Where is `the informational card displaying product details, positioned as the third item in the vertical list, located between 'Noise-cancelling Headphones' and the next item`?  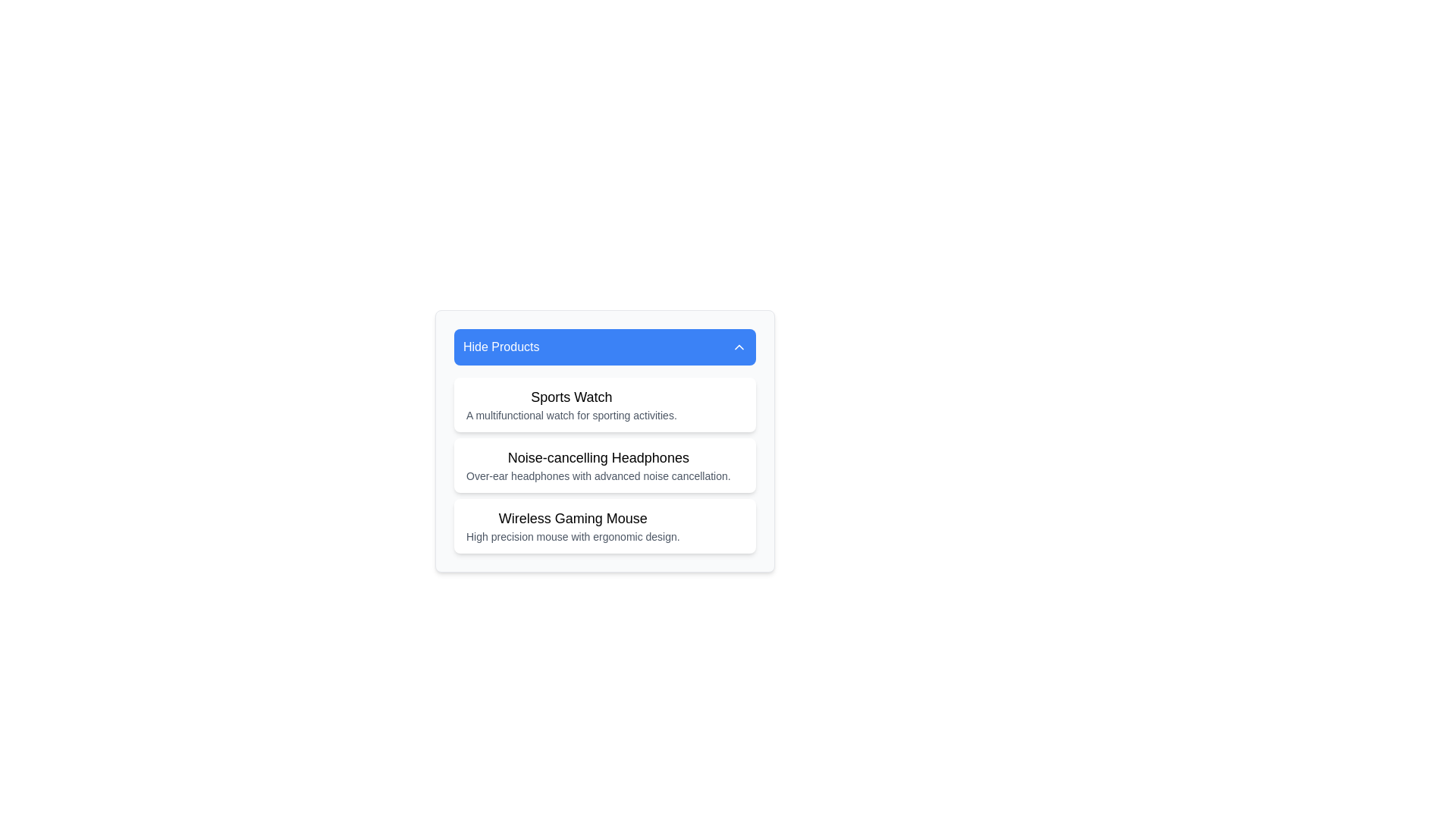 the informational card displaying product details, positioned as the third item in the vertical list, located between 'Noise-cancelling Headphones' and the next item is located at coordinates (572, 526).